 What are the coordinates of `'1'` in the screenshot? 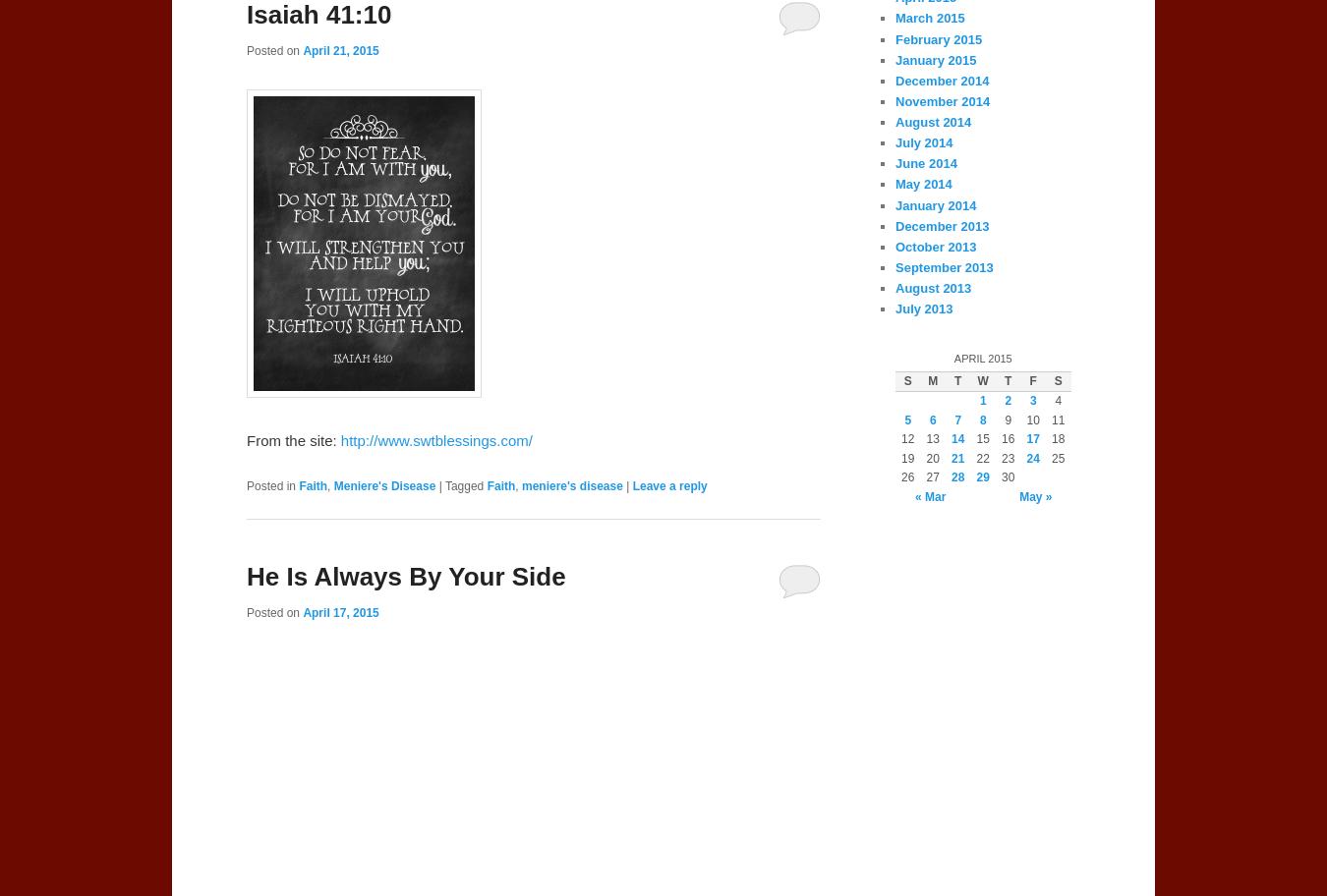 It's located at (981, 401).